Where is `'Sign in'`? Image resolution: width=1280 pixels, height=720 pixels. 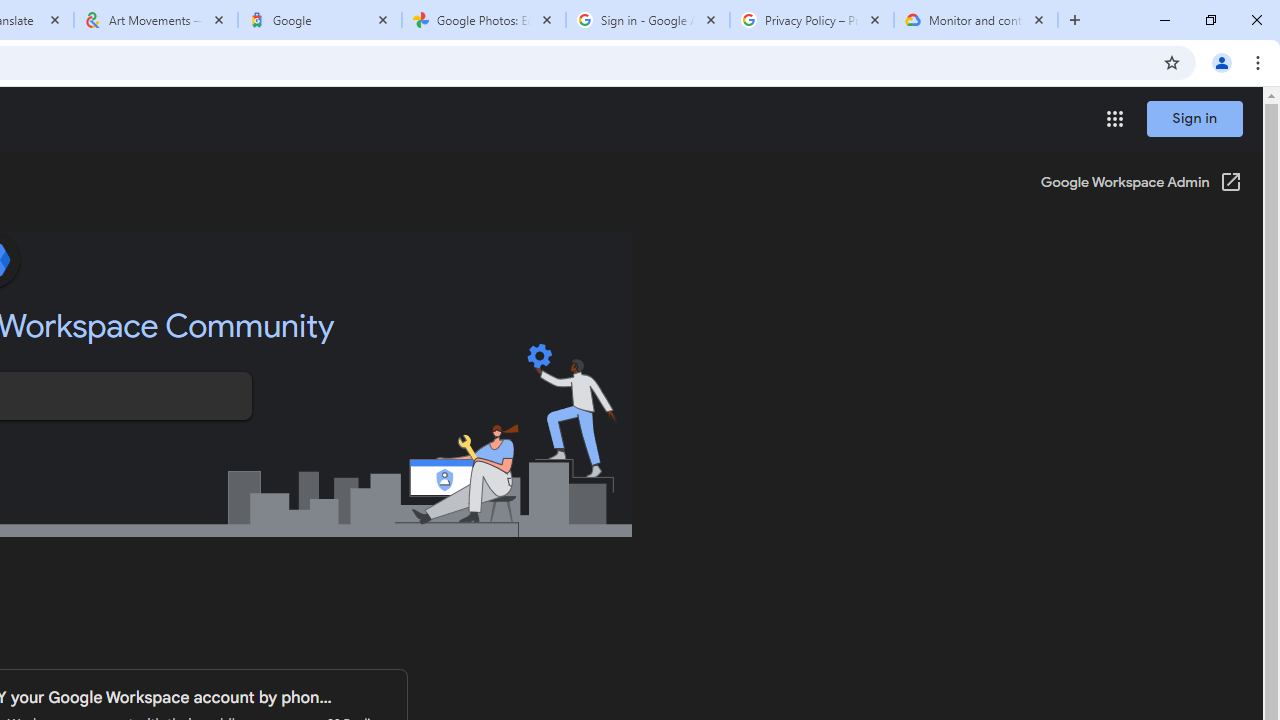
'Sign in' is located at coordinates (1194, 118).